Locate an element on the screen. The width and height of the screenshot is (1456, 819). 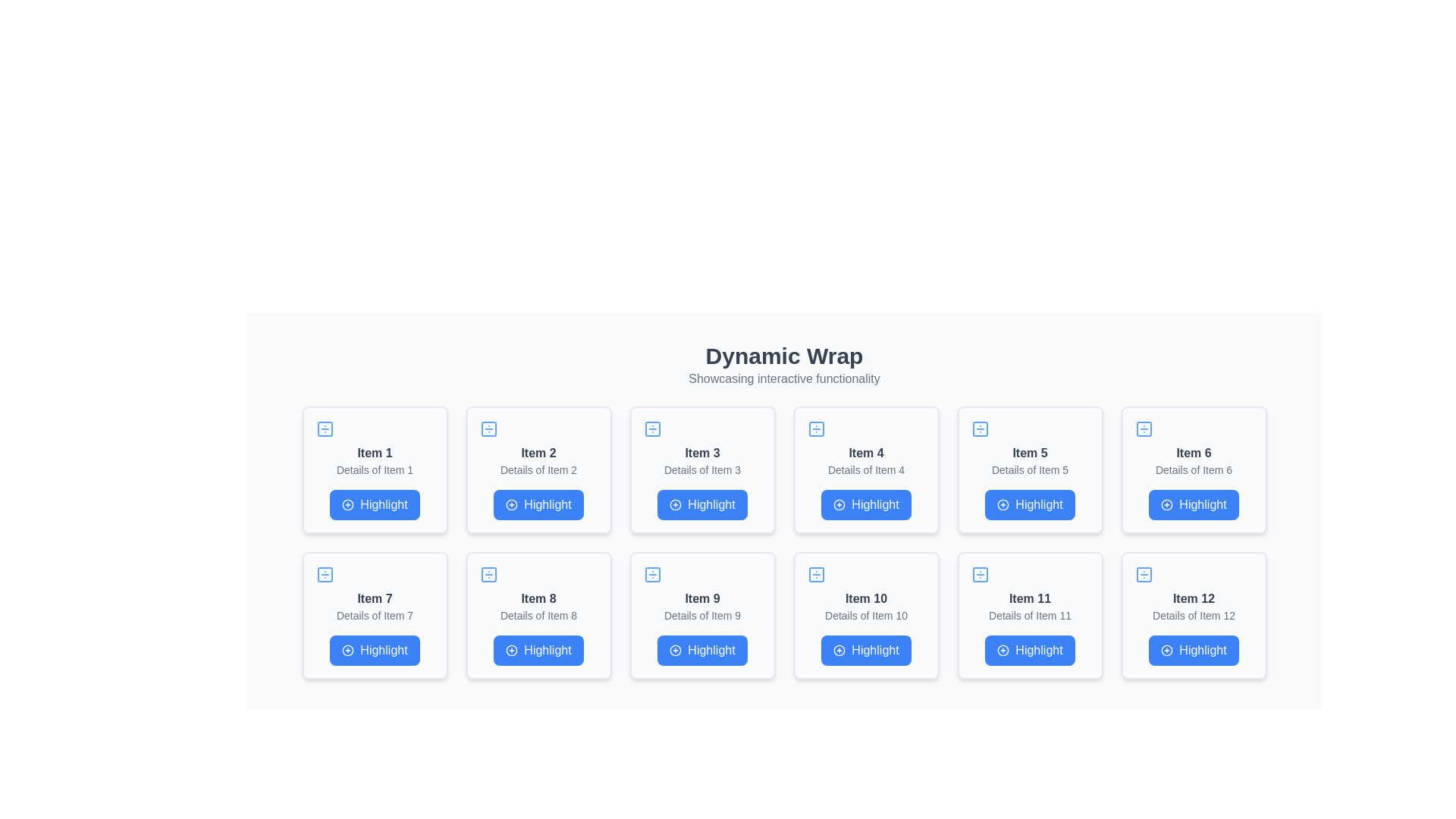
title 'Item 2' and details 'Details of Item 2' from the interactive card component with a white background and light gray border located in the second position of the grid is located at coordinates (538, 469).